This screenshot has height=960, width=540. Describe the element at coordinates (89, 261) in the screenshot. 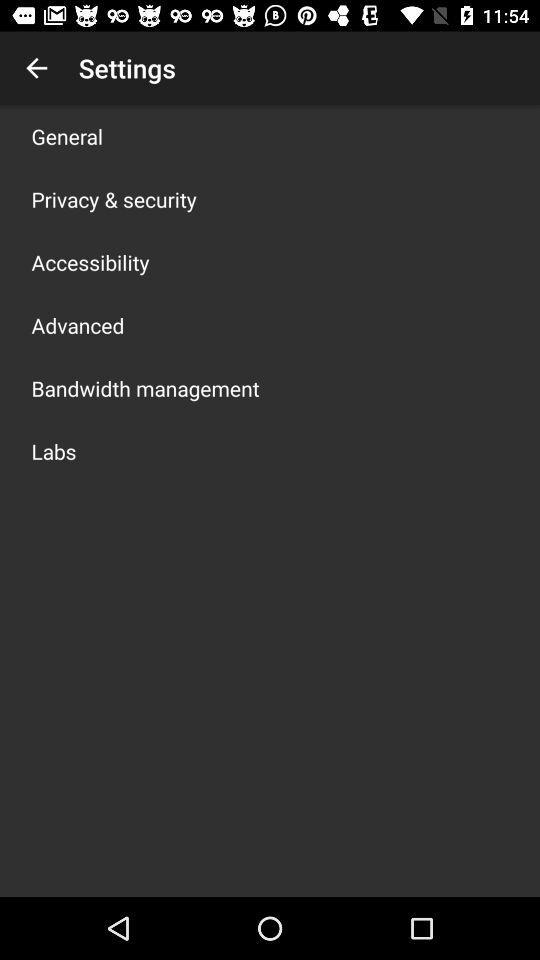

I see `the icon below privacy & security app` at that location.